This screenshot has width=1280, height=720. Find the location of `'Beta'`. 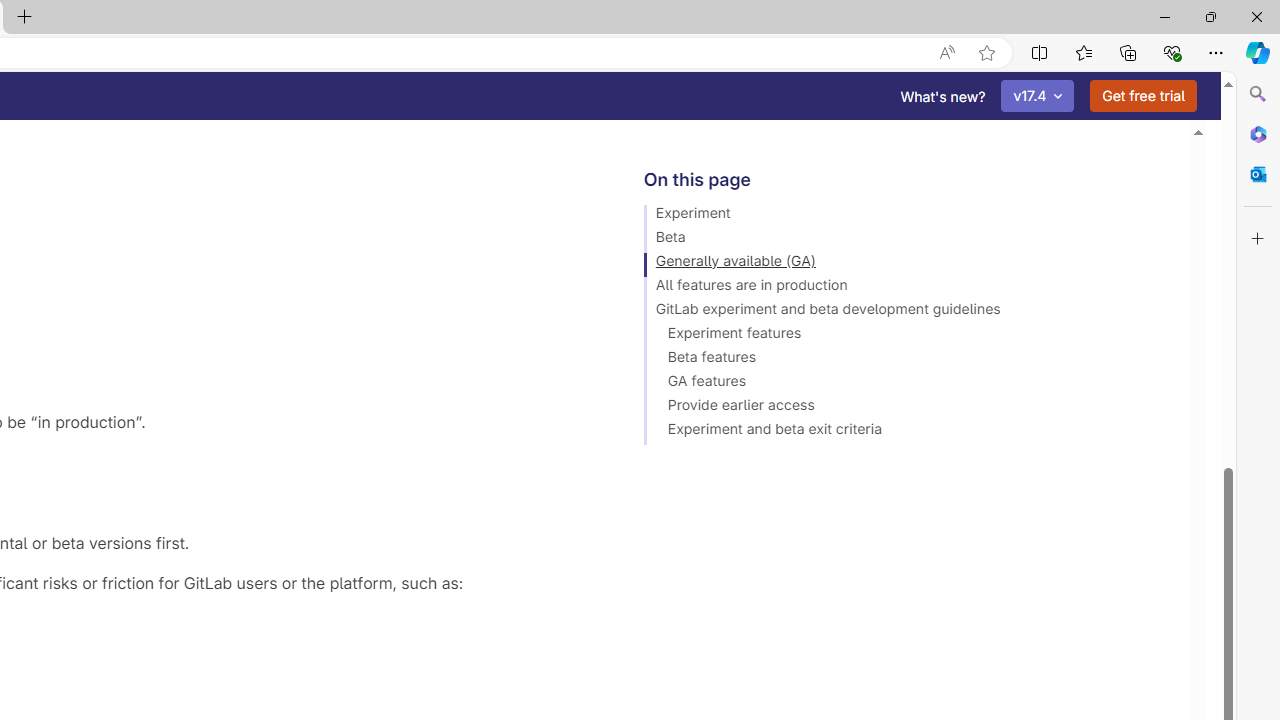

'Beta' is located at coordinates (907, 239).